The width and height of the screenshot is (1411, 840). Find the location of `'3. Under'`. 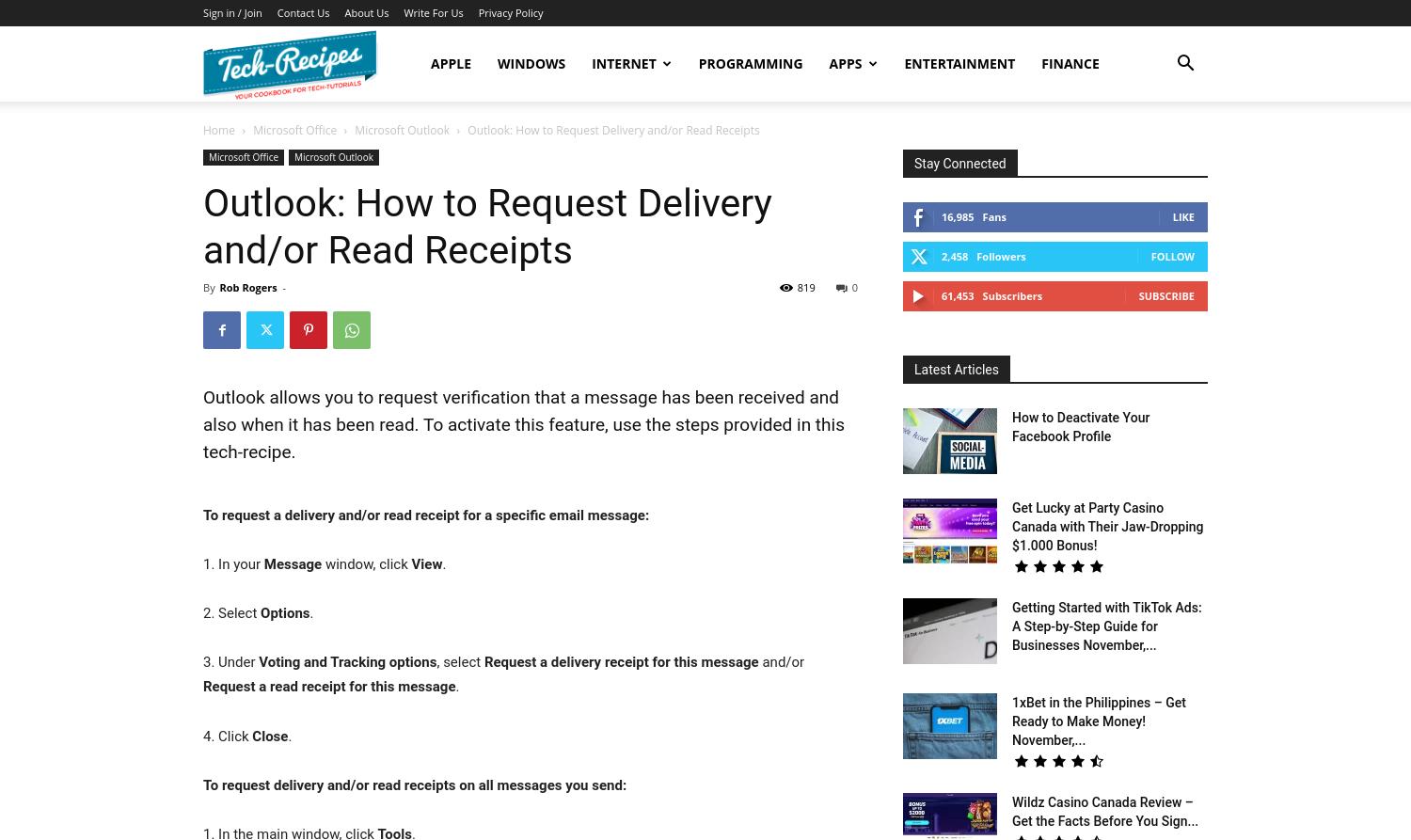

'3. Under' is located at coordinates (201, 662).